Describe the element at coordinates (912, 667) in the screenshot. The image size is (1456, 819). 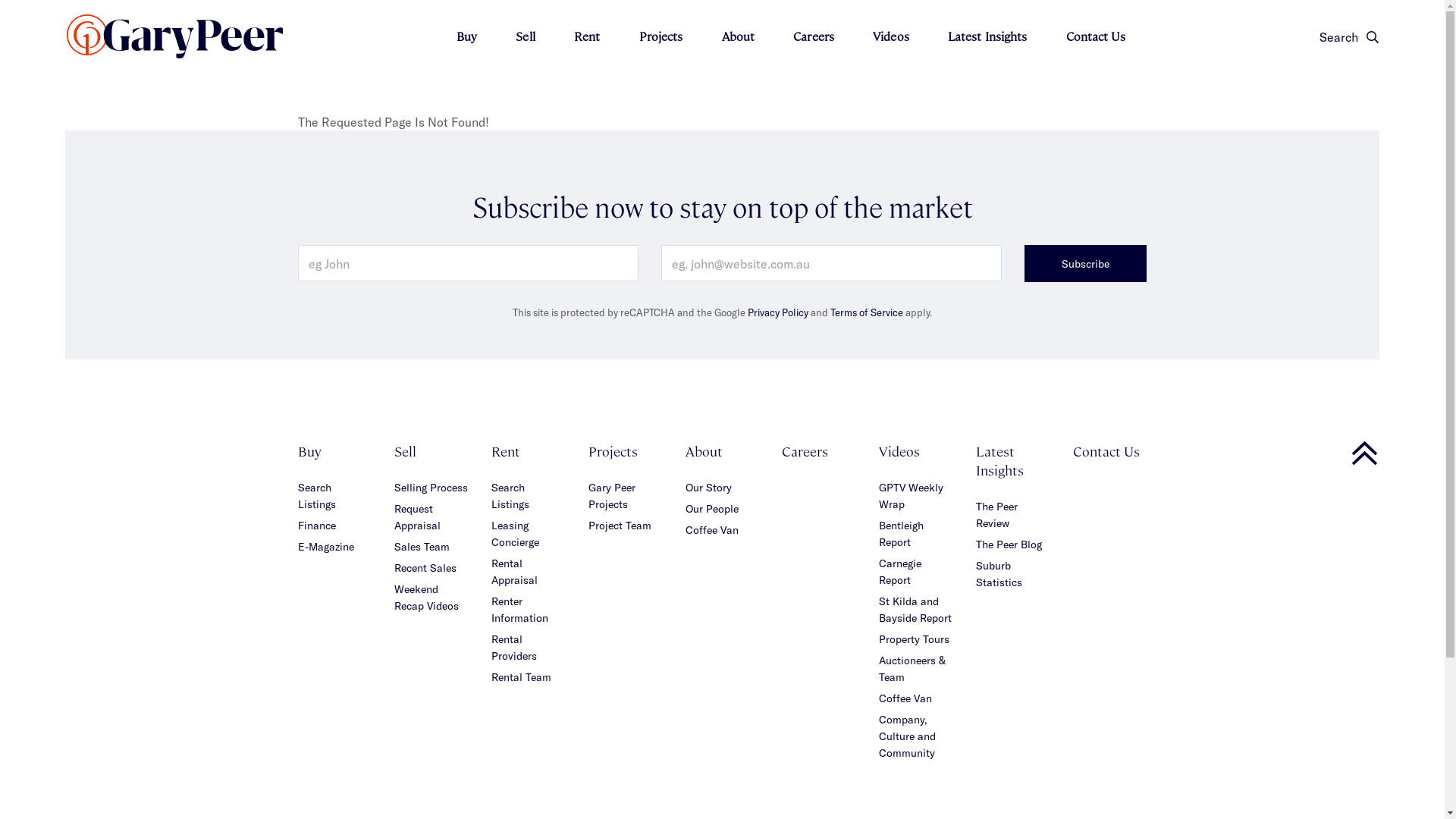
I see `'Auctioneers & Team'` at that location.